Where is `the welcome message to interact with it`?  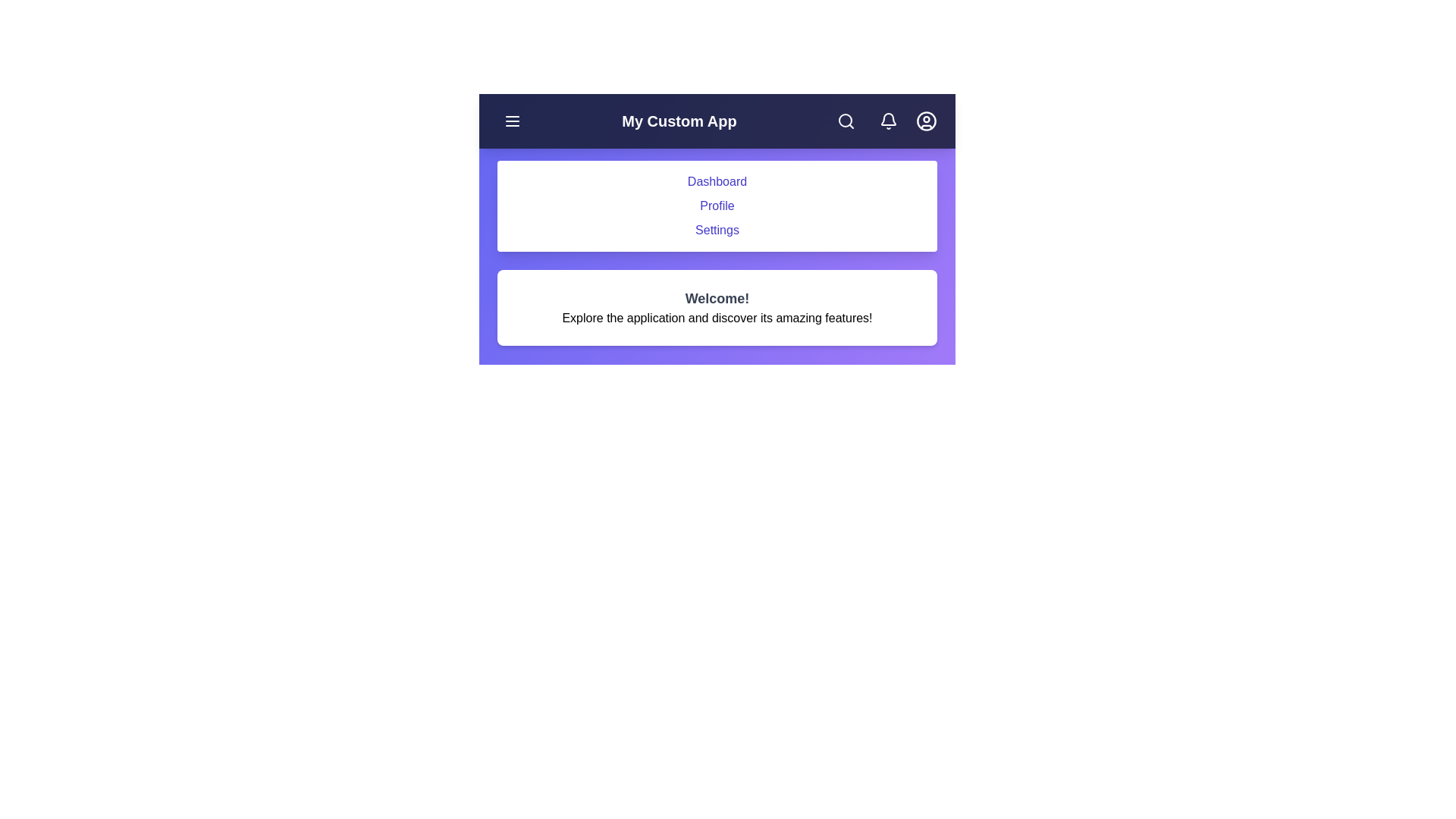 the welcome message to interact with it is located at coordinates (716, 298).